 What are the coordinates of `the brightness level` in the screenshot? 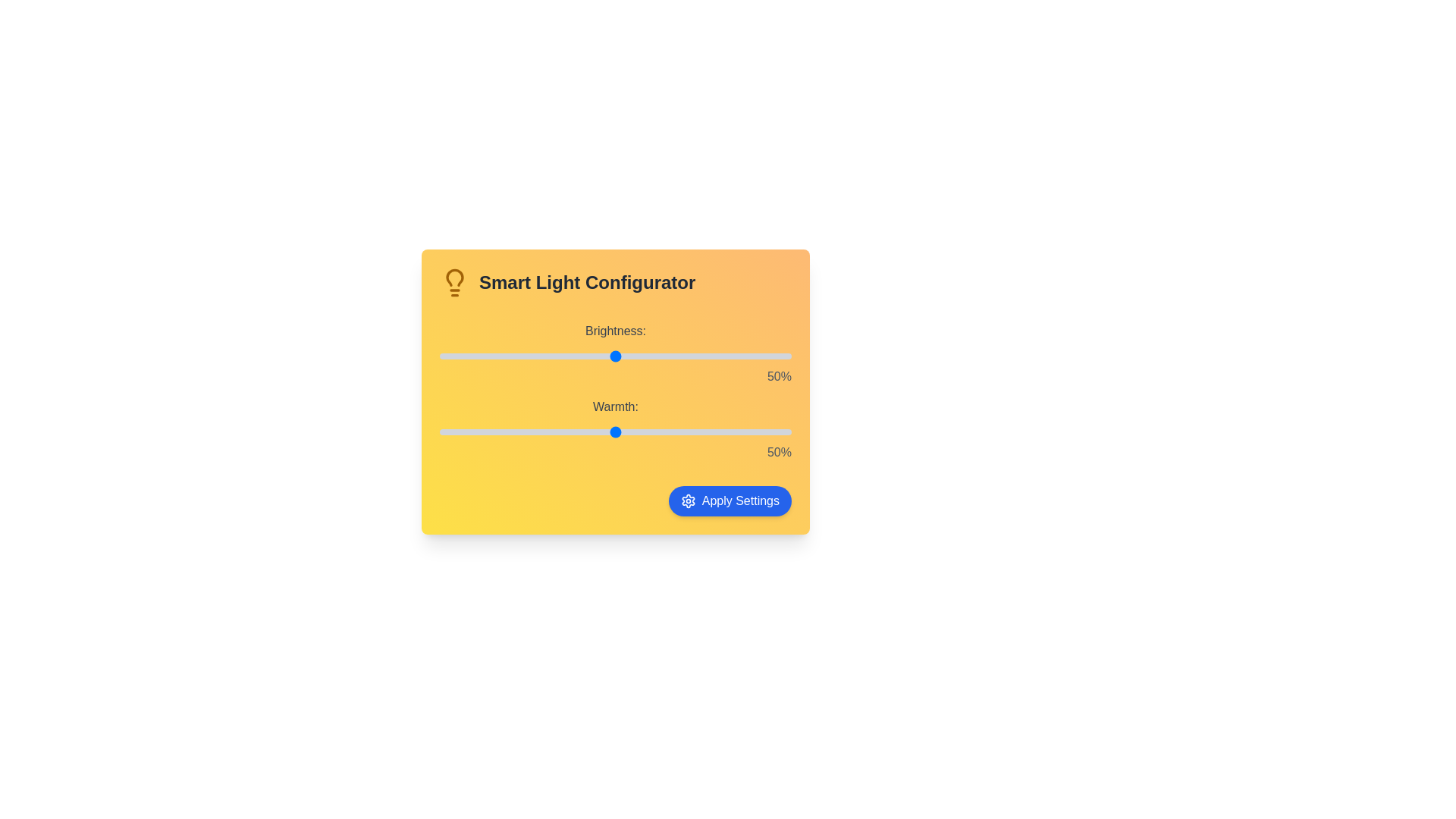 It's located at (732, 356).